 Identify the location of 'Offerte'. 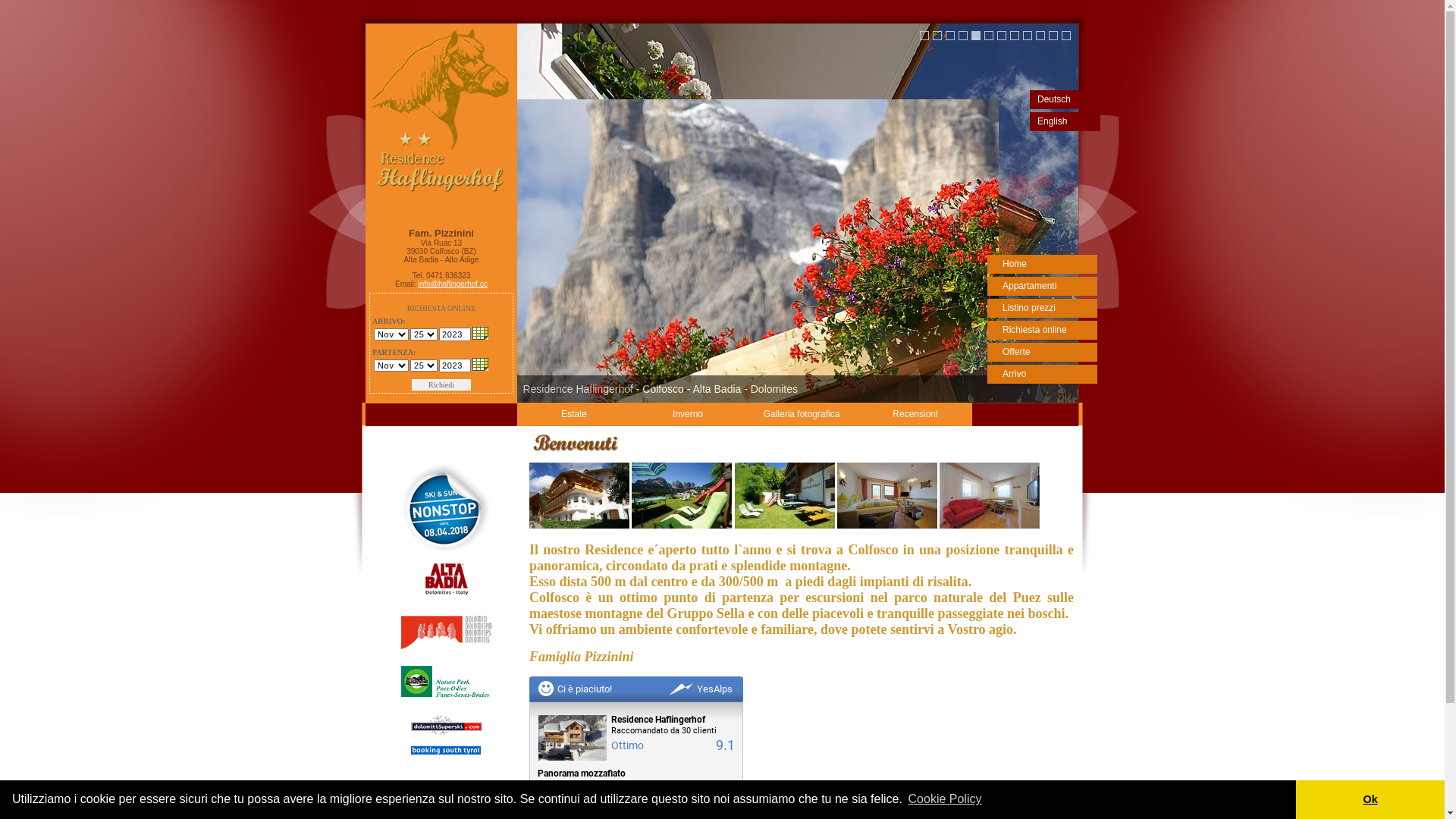
(987, 352).